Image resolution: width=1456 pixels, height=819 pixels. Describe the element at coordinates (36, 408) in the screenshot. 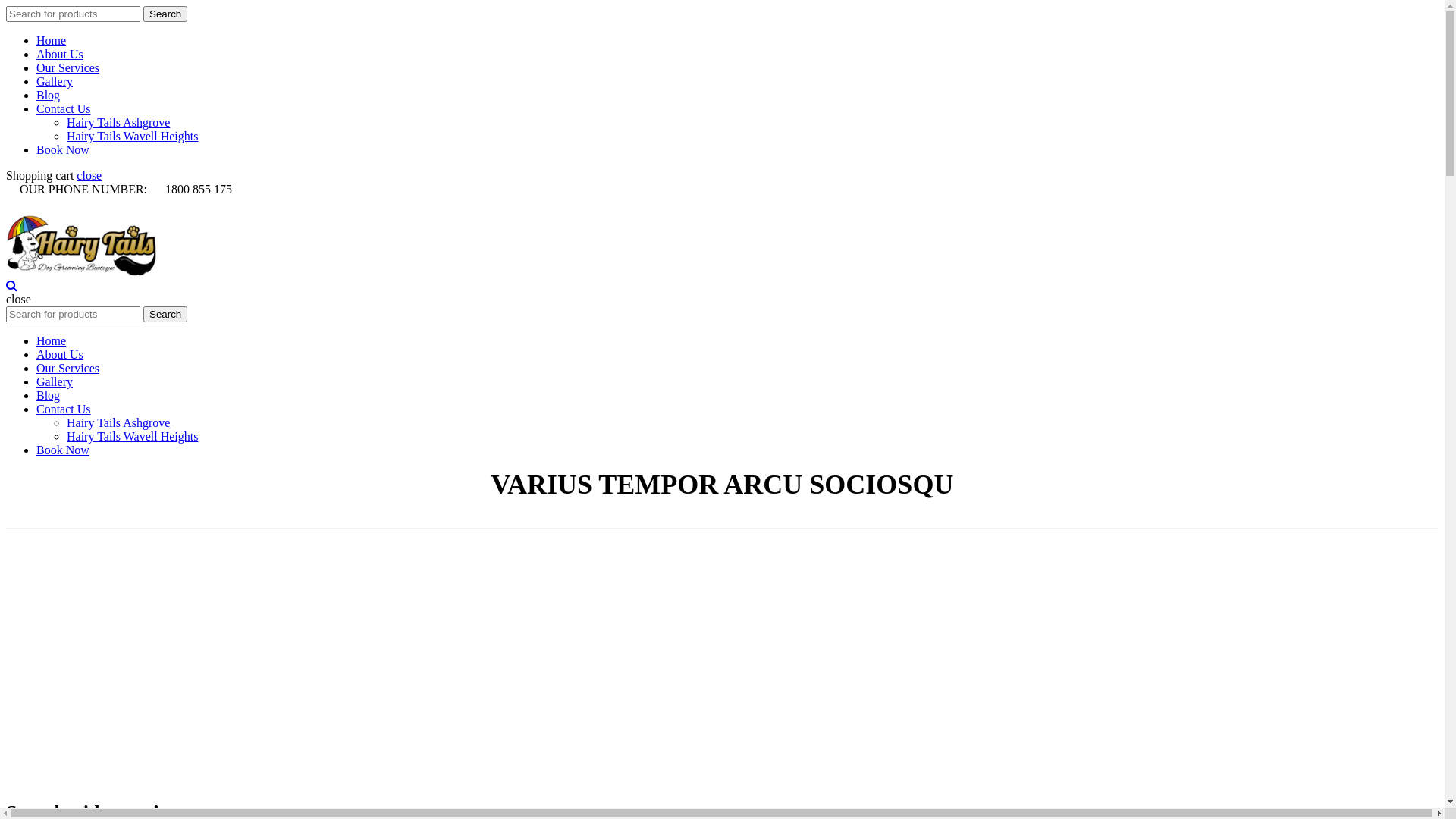

I see `'Contact Us'` at that location.